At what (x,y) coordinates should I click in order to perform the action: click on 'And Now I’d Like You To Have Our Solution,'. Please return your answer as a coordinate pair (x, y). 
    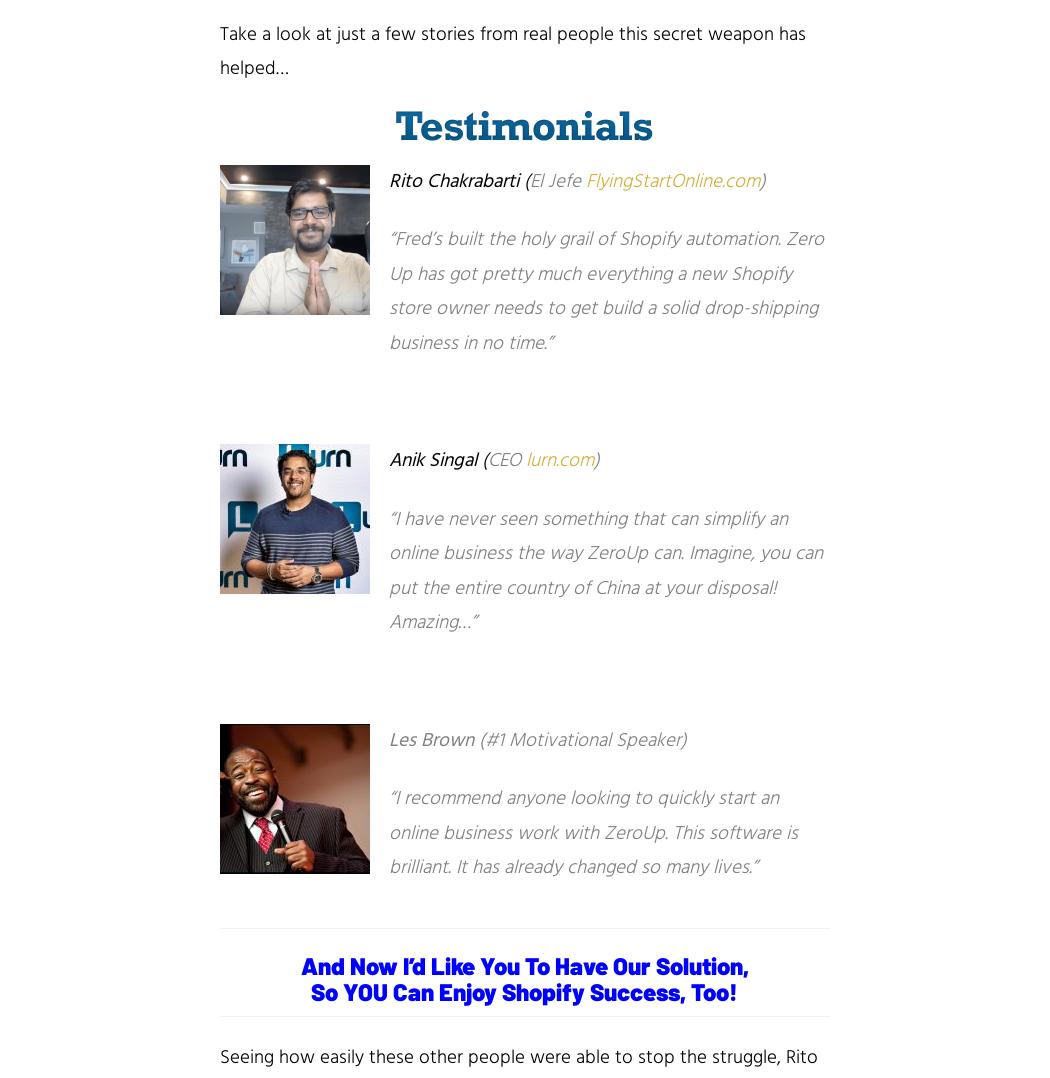
    Looking at the image, I should click on (522, 964).